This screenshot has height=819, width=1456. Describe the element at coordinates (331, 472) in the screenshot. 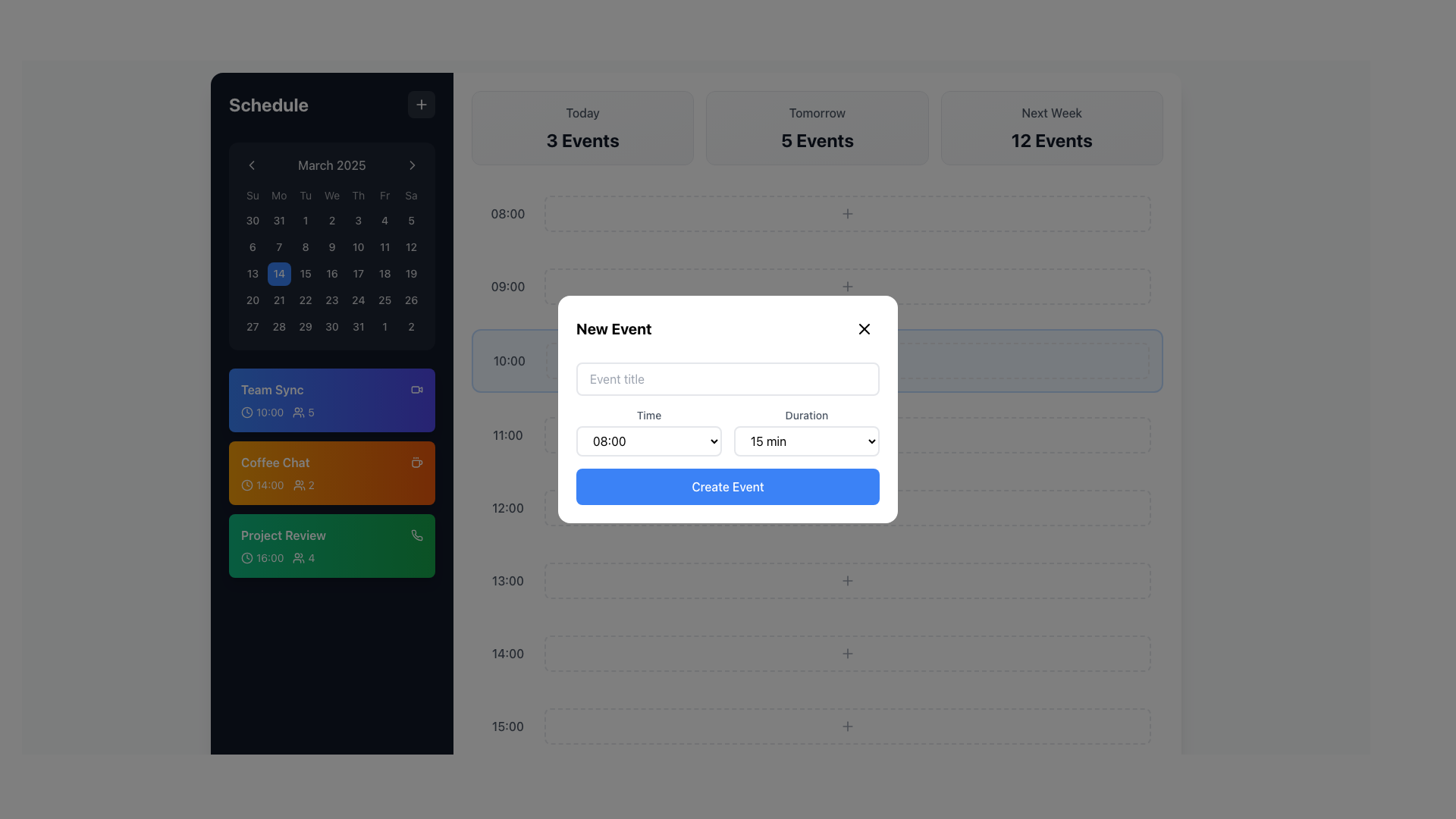

I see `the 'Coffee Chat' event card located` at that location.